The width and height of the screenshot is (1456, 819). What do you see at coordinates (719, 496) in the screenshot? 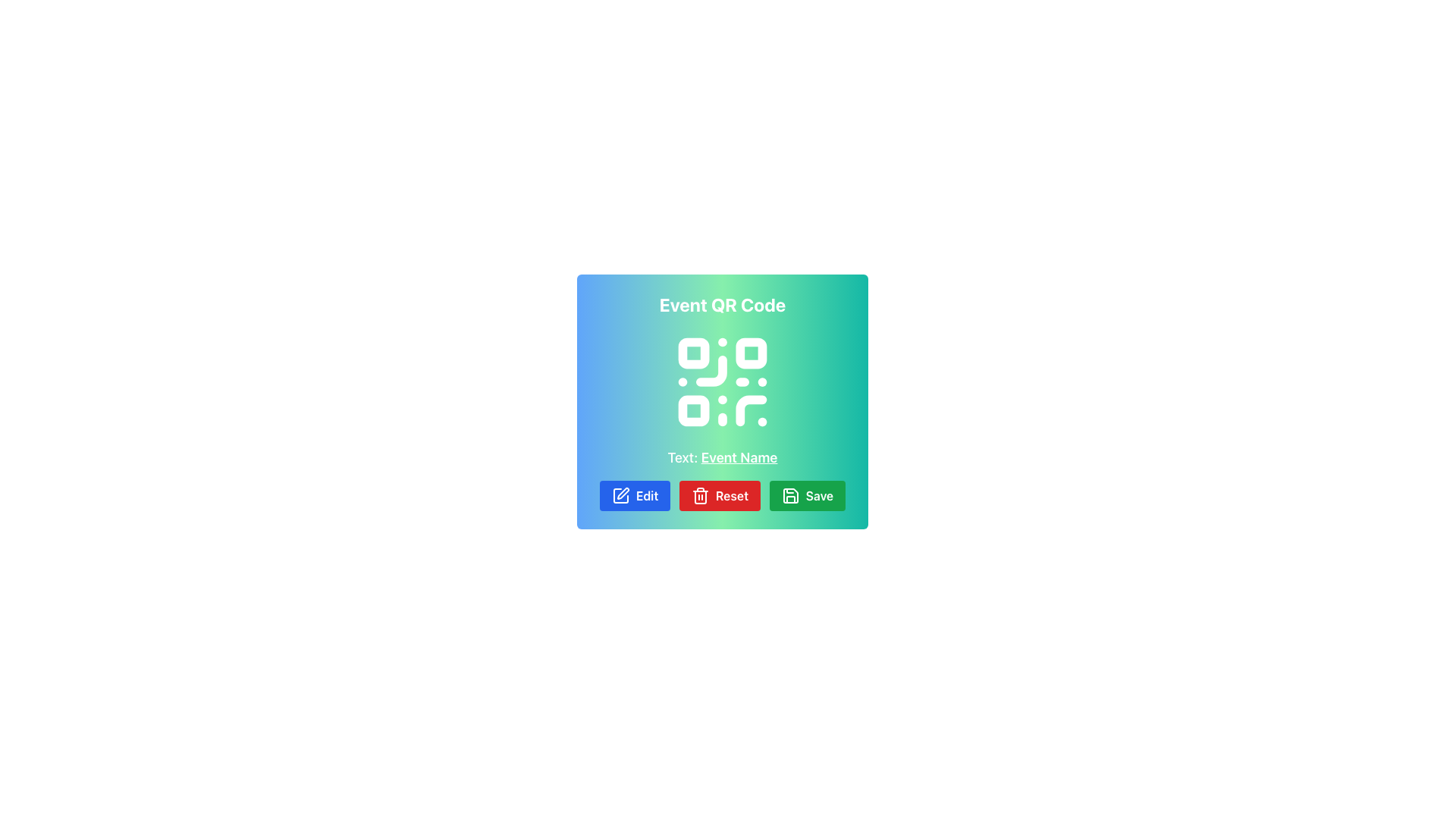
I see `the 'Reset' button located in the center-bottom section of the interface, positioned between the 'Edit' (blue) button on the left and 'Save' (green) button on the right` at bounding box center [719, 496].